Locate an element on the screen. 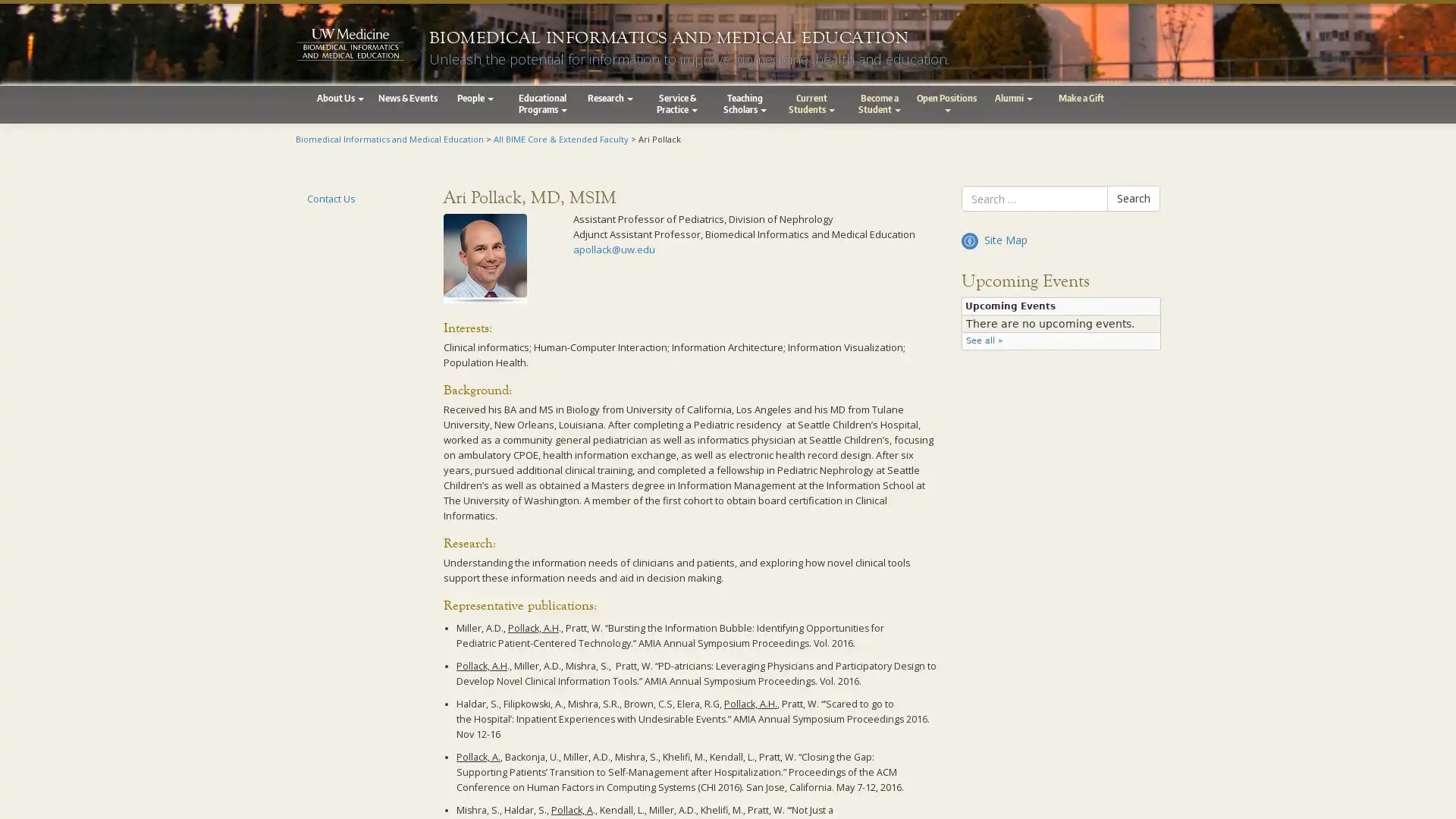 The height and width of the screenshot is (819, 1456). Search is located at coordinates (1133, 198).